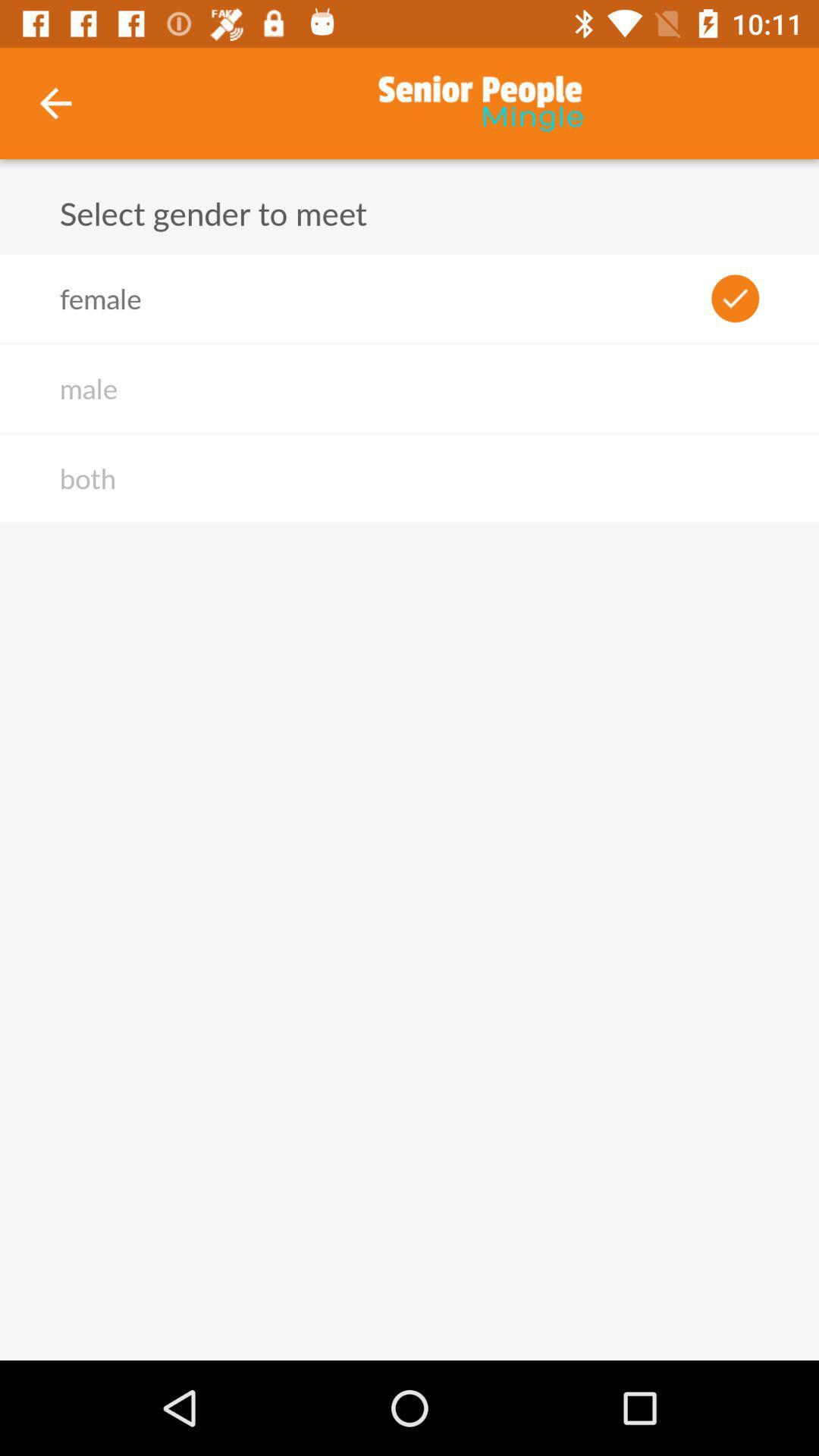 The height and width of the screenshot is (1456, 819). What do you see at coordinates (88, 388) in the screenshot?
I see `male icon` at bounding box center [88, 388].